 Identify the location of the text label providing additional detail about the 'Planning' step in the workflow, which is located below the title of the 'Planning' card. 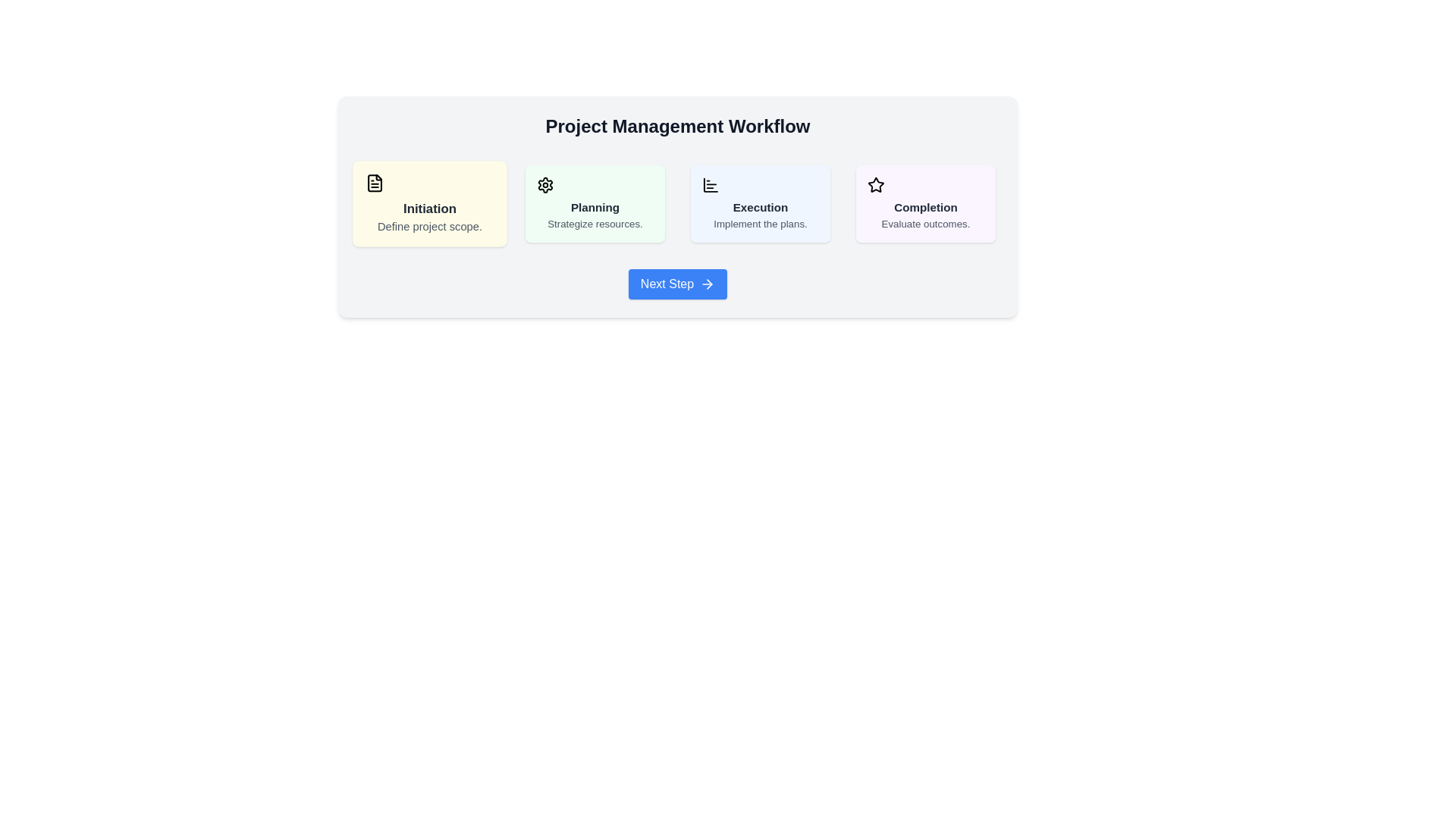
(595, 223).